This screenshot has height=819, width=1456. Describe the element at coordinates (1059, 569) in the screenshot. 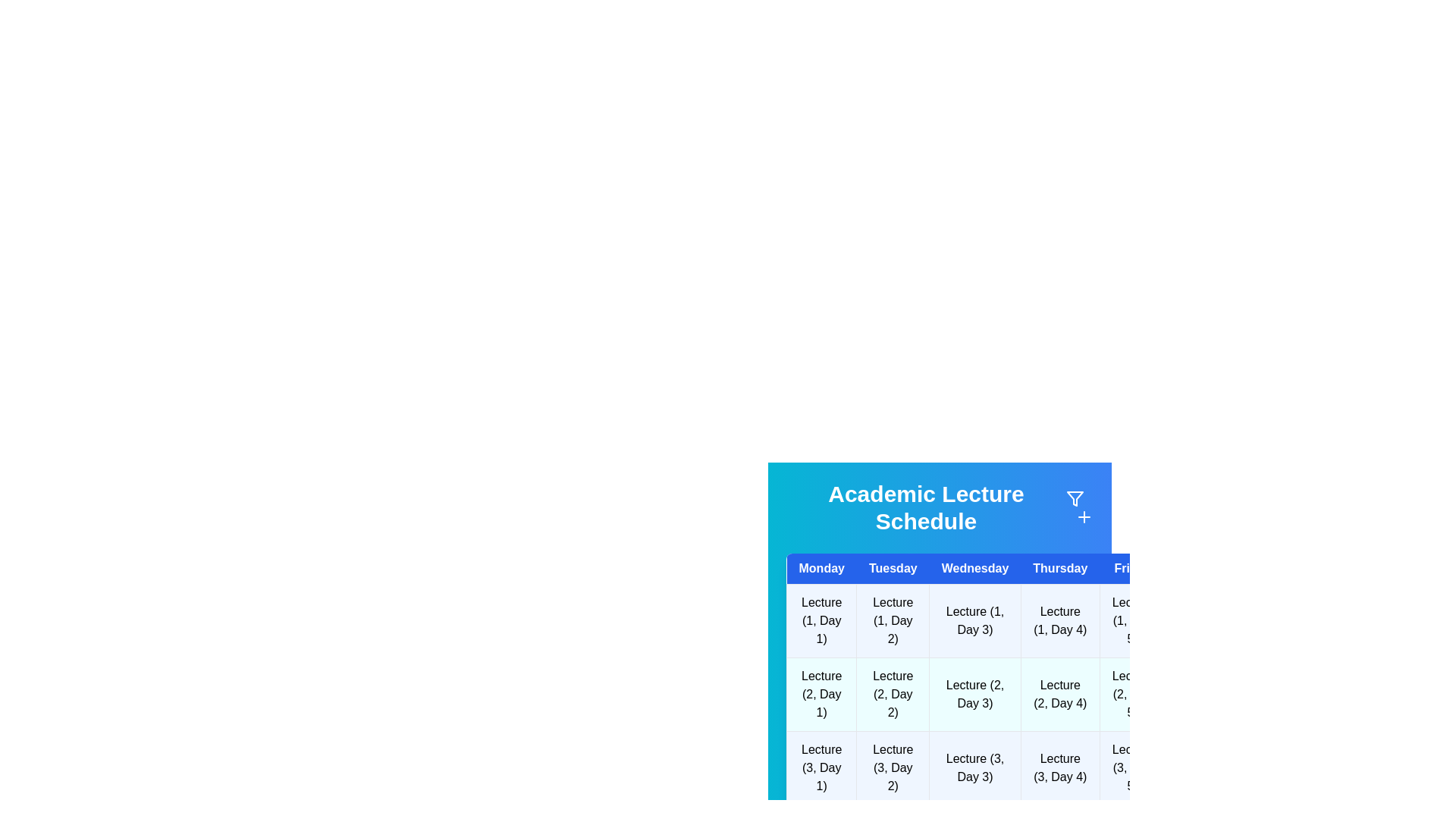

I see `the header for Thursday to sort or filter the schedule by that day` at that location.